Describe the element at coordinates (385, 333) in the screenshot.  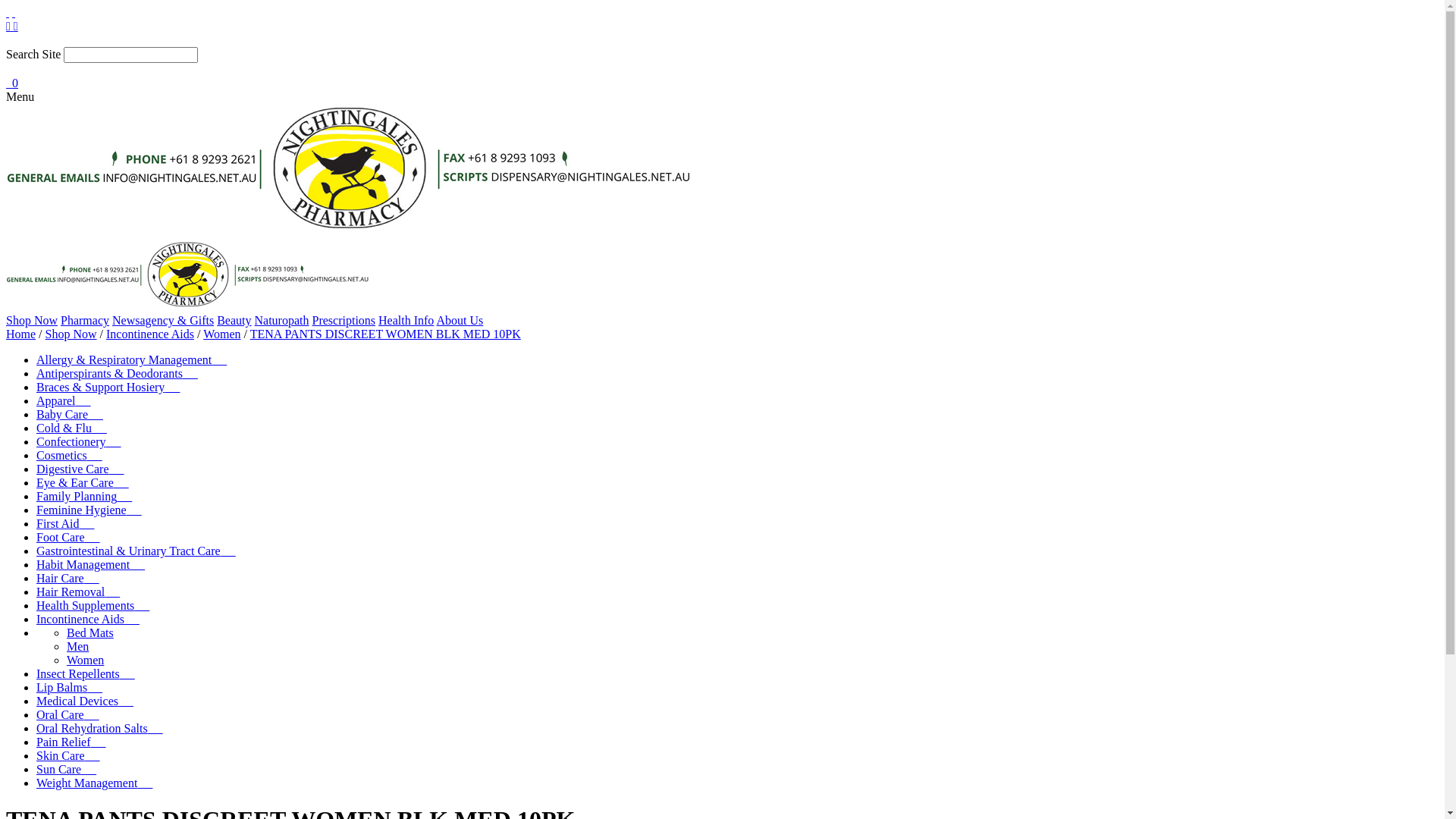
I see `'TENA PANTS DISCREET WOMEN BLK MED 10PK'` at that location.